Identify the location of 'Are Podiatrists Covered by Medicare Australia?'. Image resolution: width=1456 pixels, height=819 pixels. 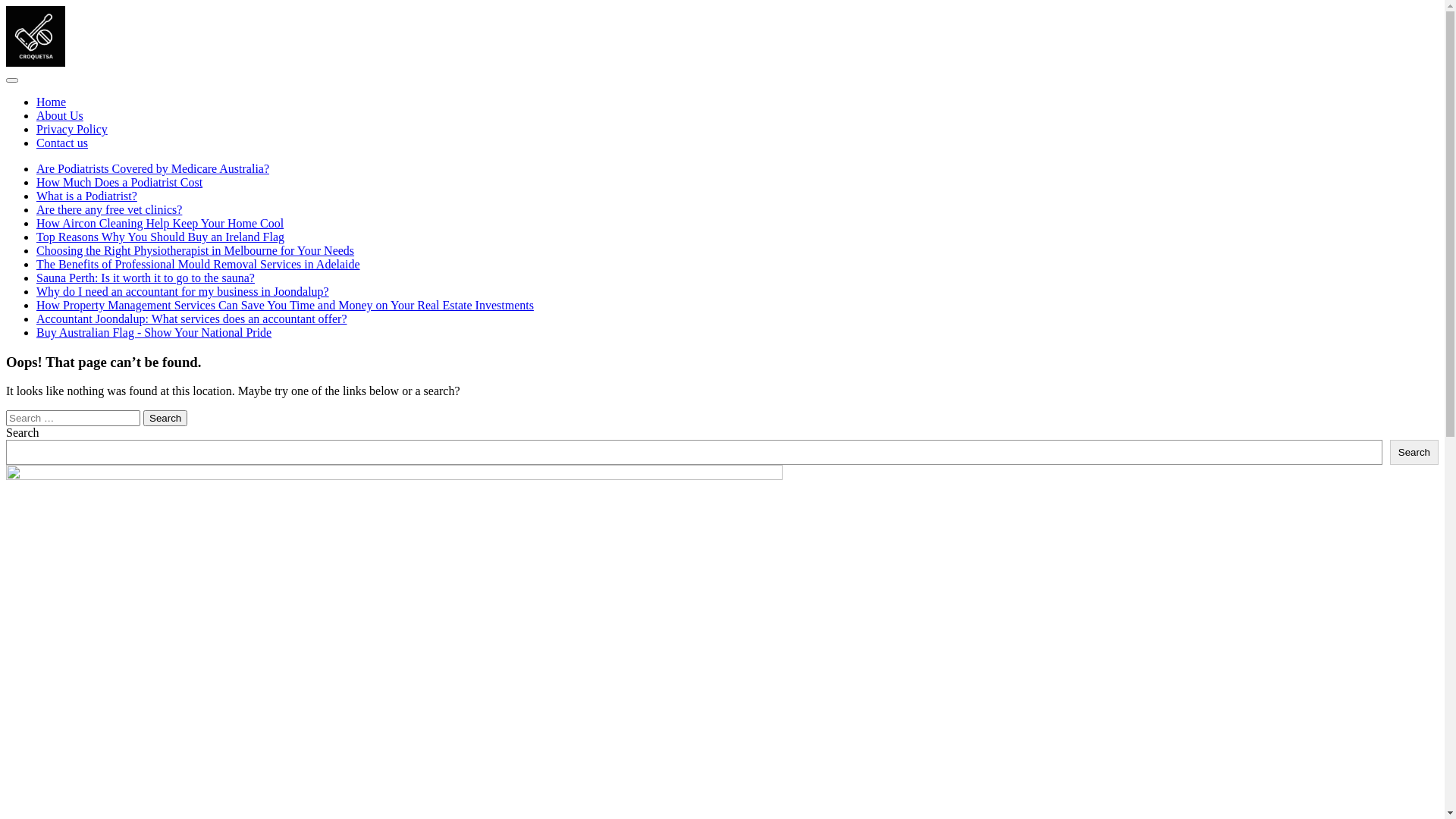
(36, 168).